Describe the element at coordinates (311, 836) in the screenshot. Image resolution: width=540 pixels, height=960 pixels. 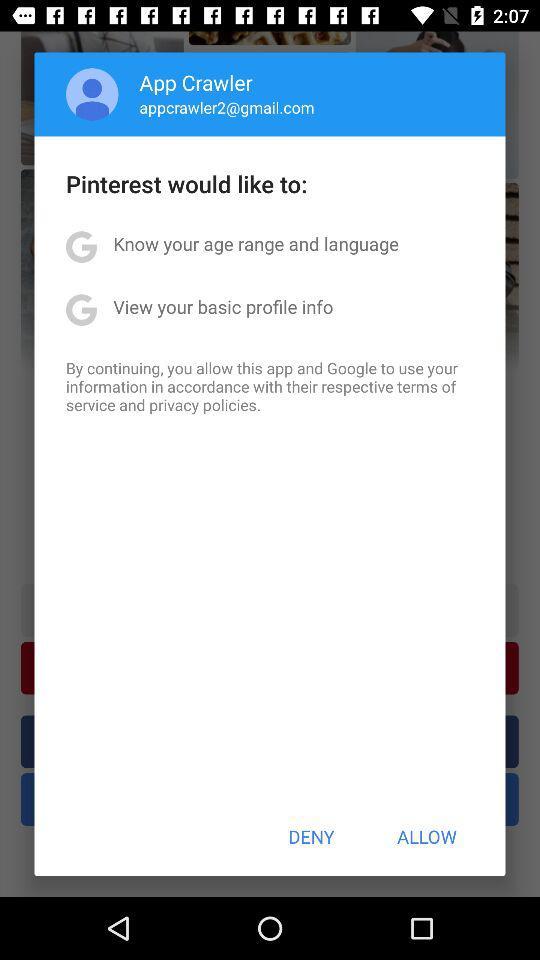
I see `the deny item` at that location.